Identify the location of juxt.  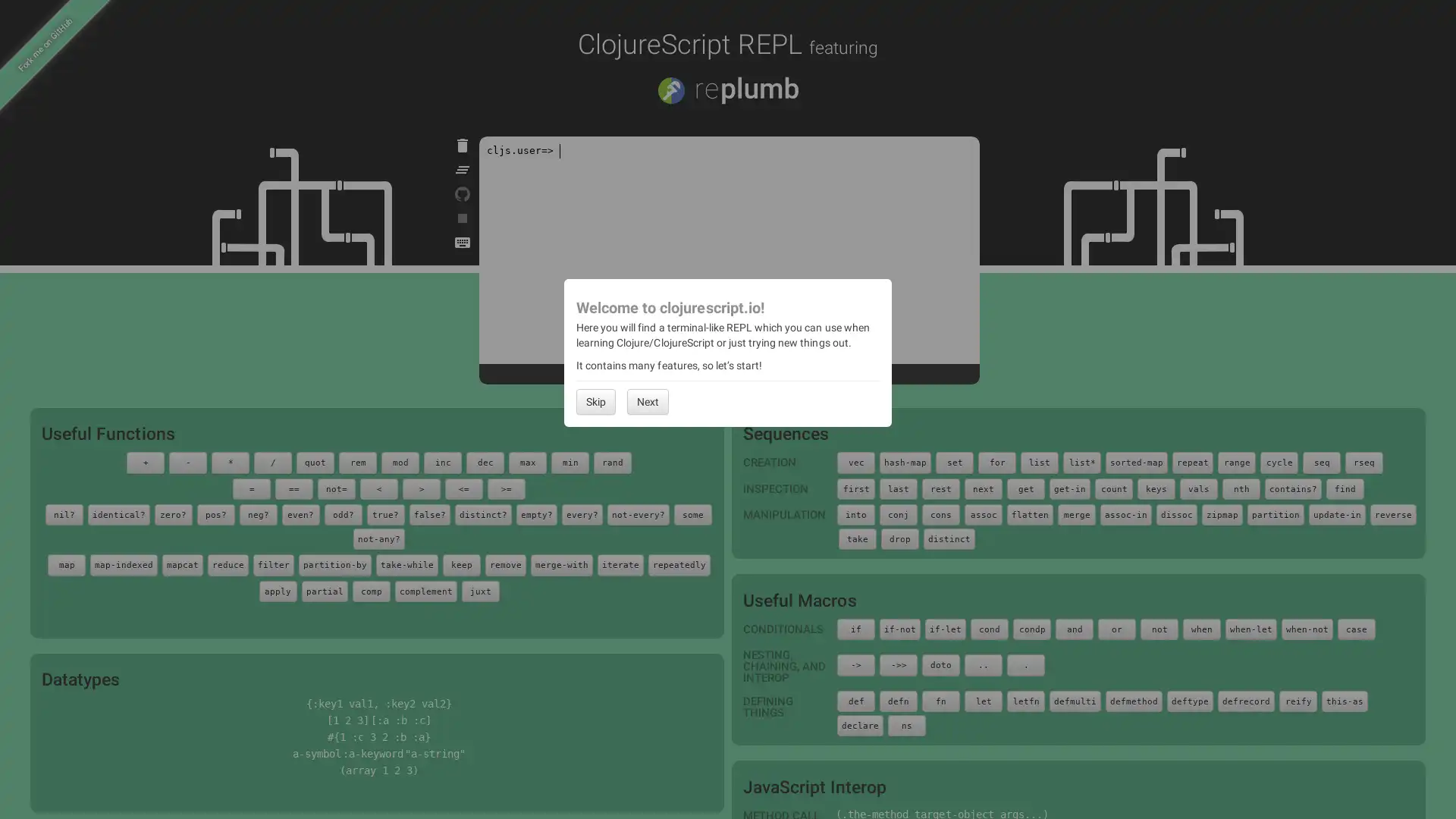
(479, 590).